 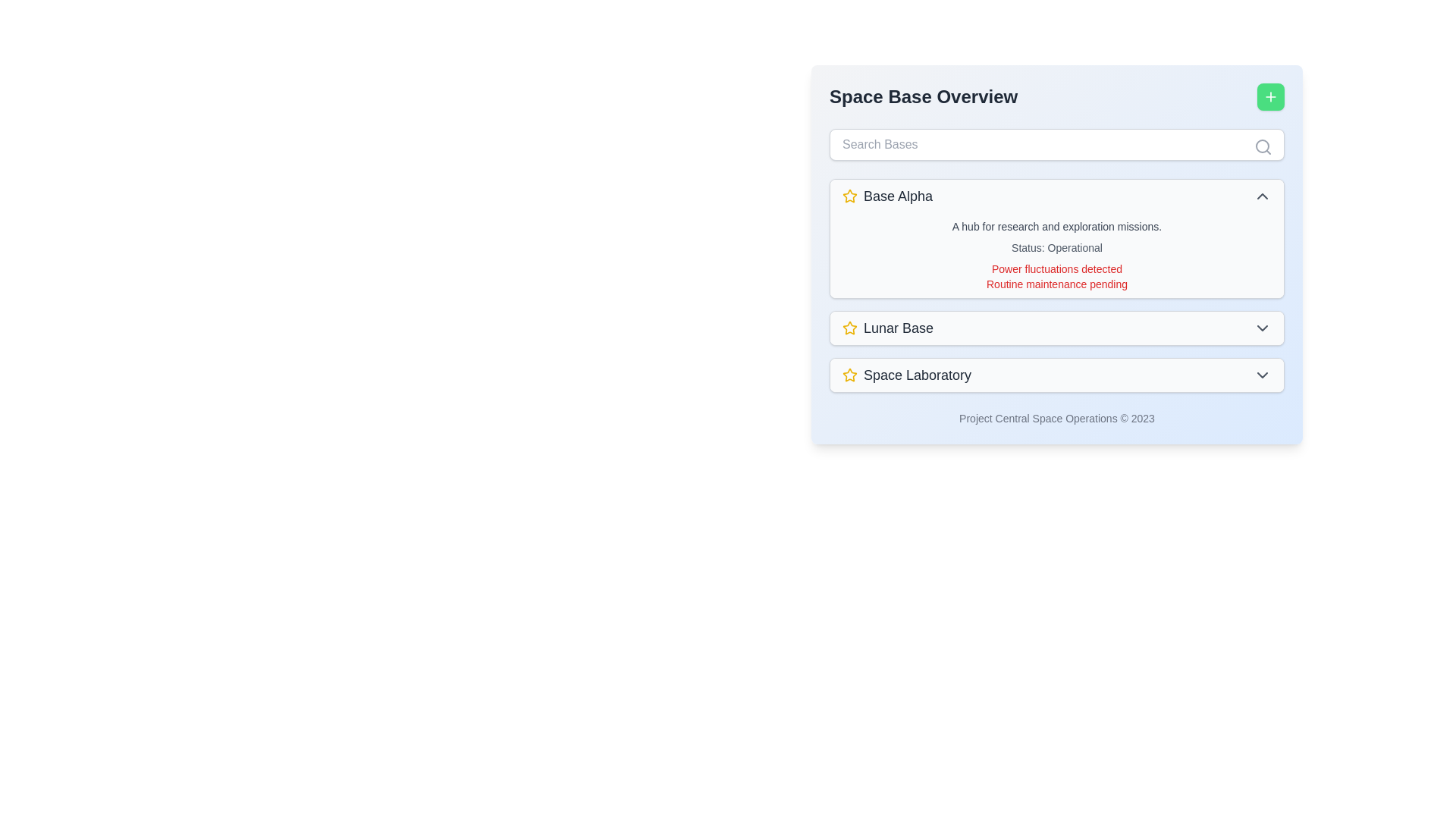 I want to click on the footer label displaying 'Project Central Space Operations © 2023', located at the bottom of the panel, just below 'Space Laboratory', so click(x=1056, y=418).